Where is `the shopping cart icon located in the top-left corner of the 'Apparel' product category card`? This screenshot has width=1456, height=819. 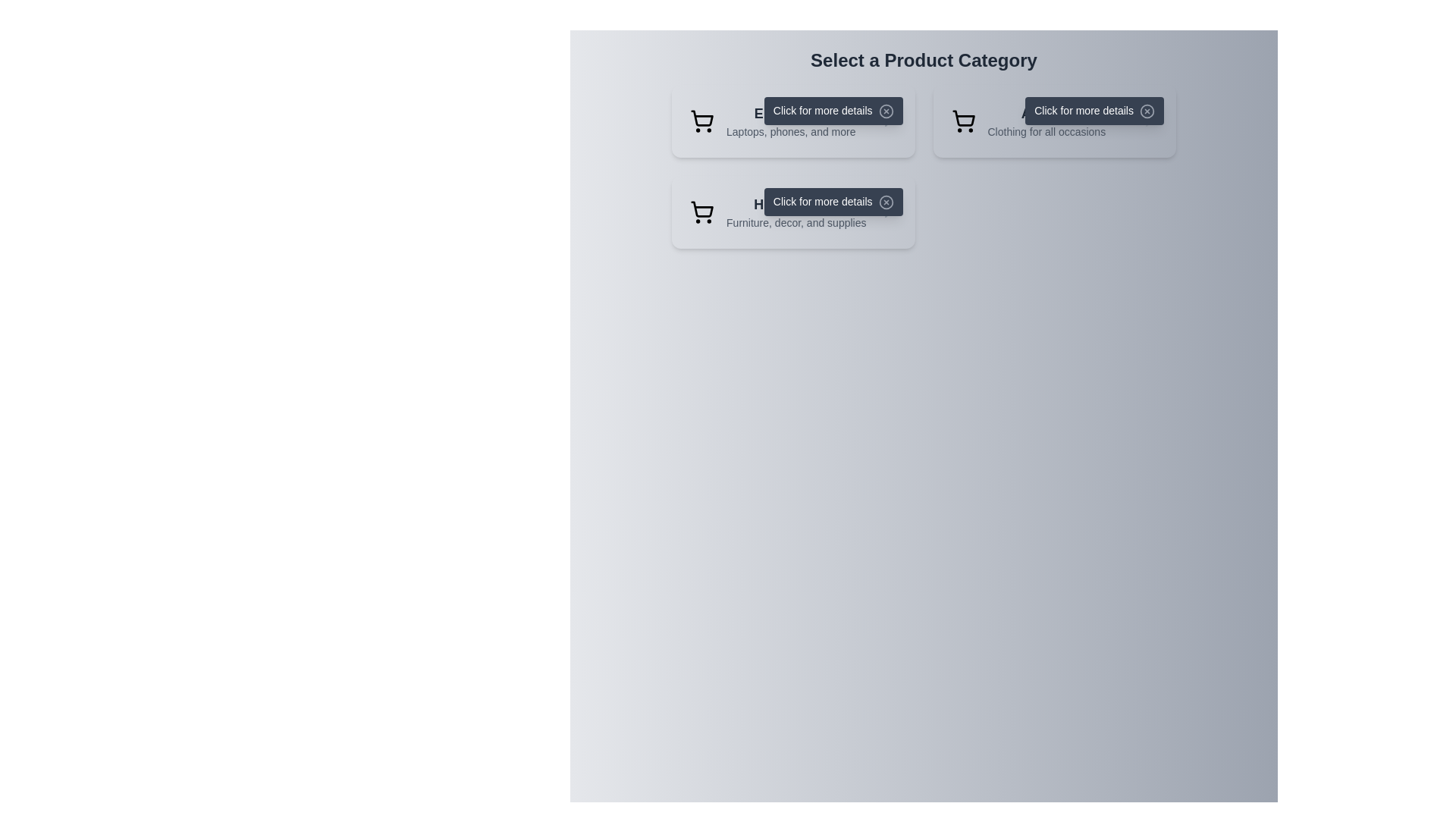 the shopping cart icon located in the top-left corner of the 'Apparel' product category card is located at coordinates (962, 120).